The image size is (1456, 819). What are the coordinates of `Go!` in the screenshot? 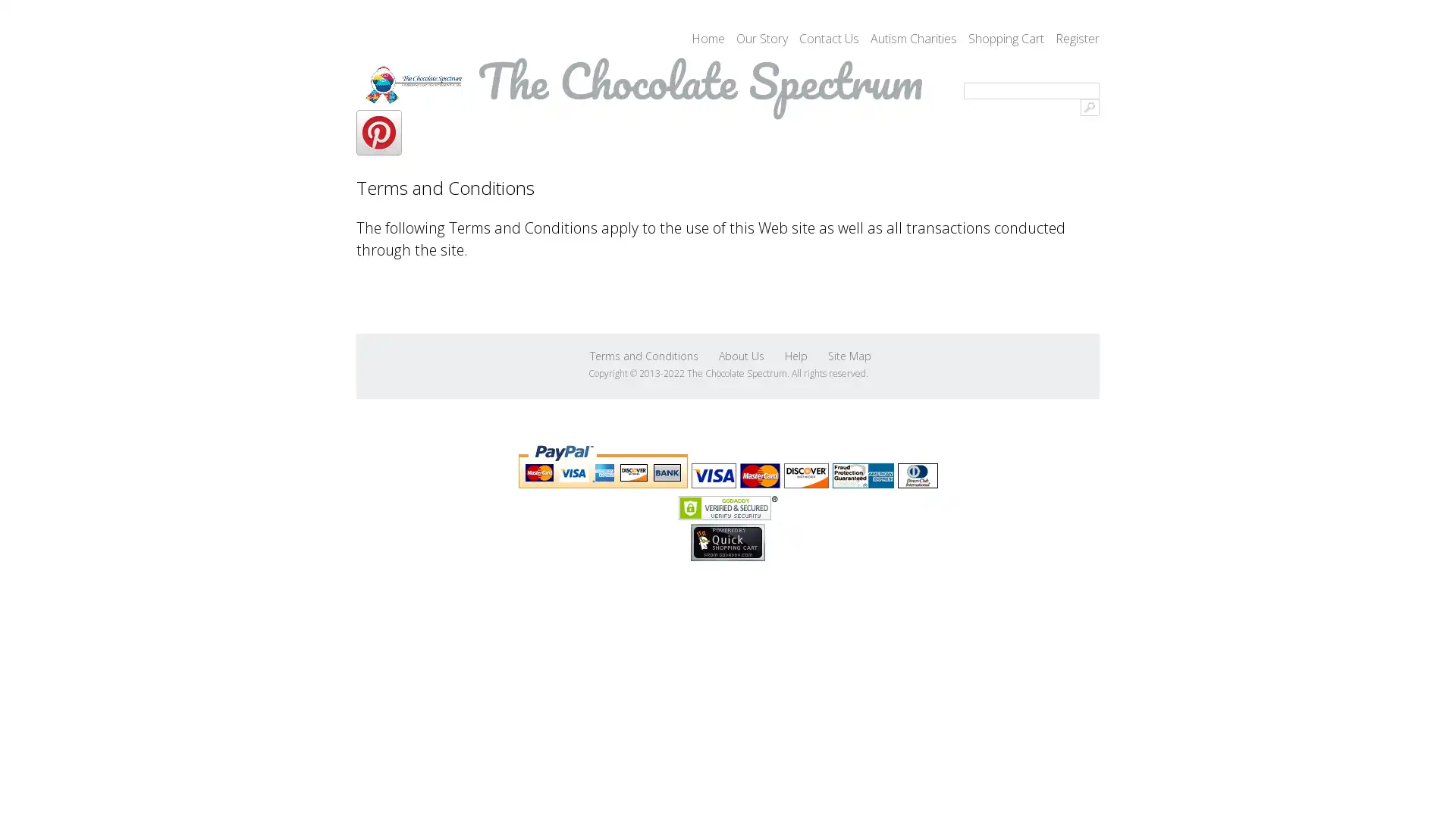 It's located at (1089, 107).